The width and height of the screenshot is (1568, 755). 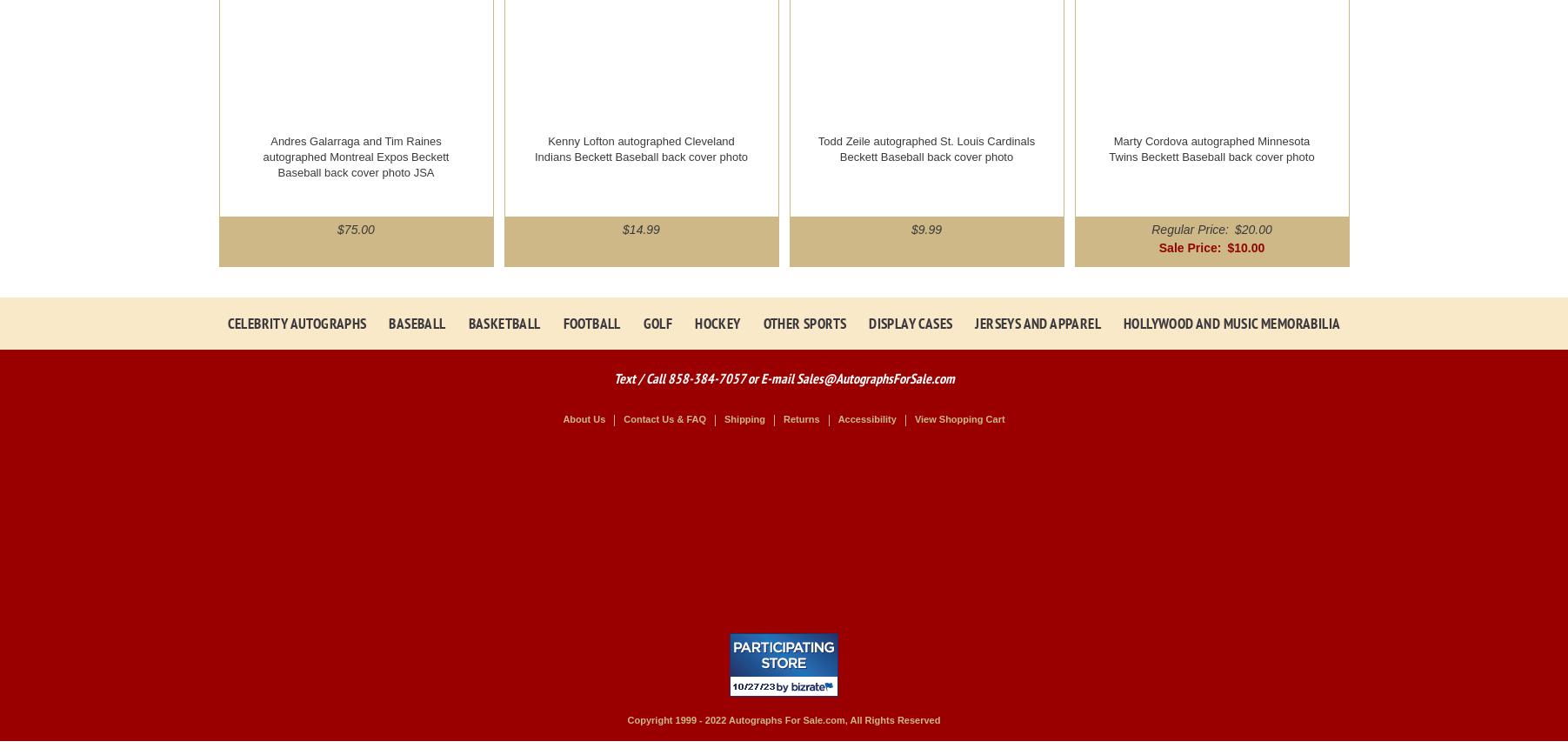 What do you see at coordinates (1109, 149) in the screenshot?
I see `'Marty Cordova autographed Minnesota Twins Beckett Baseball back cover photo'` at bounding box center [1109, 149].